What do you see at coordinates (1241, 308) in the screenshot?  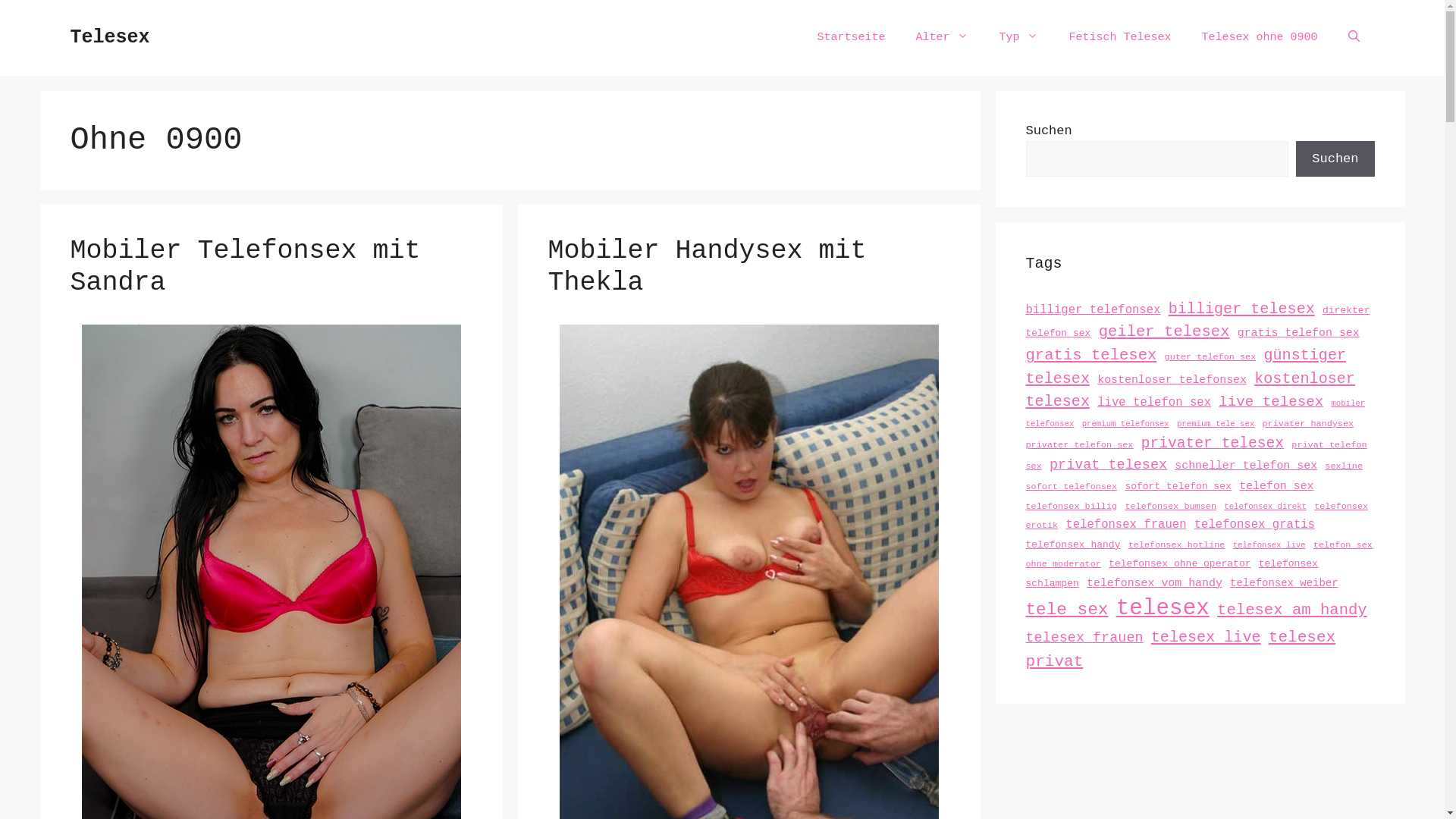 I see `'billiger telesex'` at bounding box center [1241, 308].